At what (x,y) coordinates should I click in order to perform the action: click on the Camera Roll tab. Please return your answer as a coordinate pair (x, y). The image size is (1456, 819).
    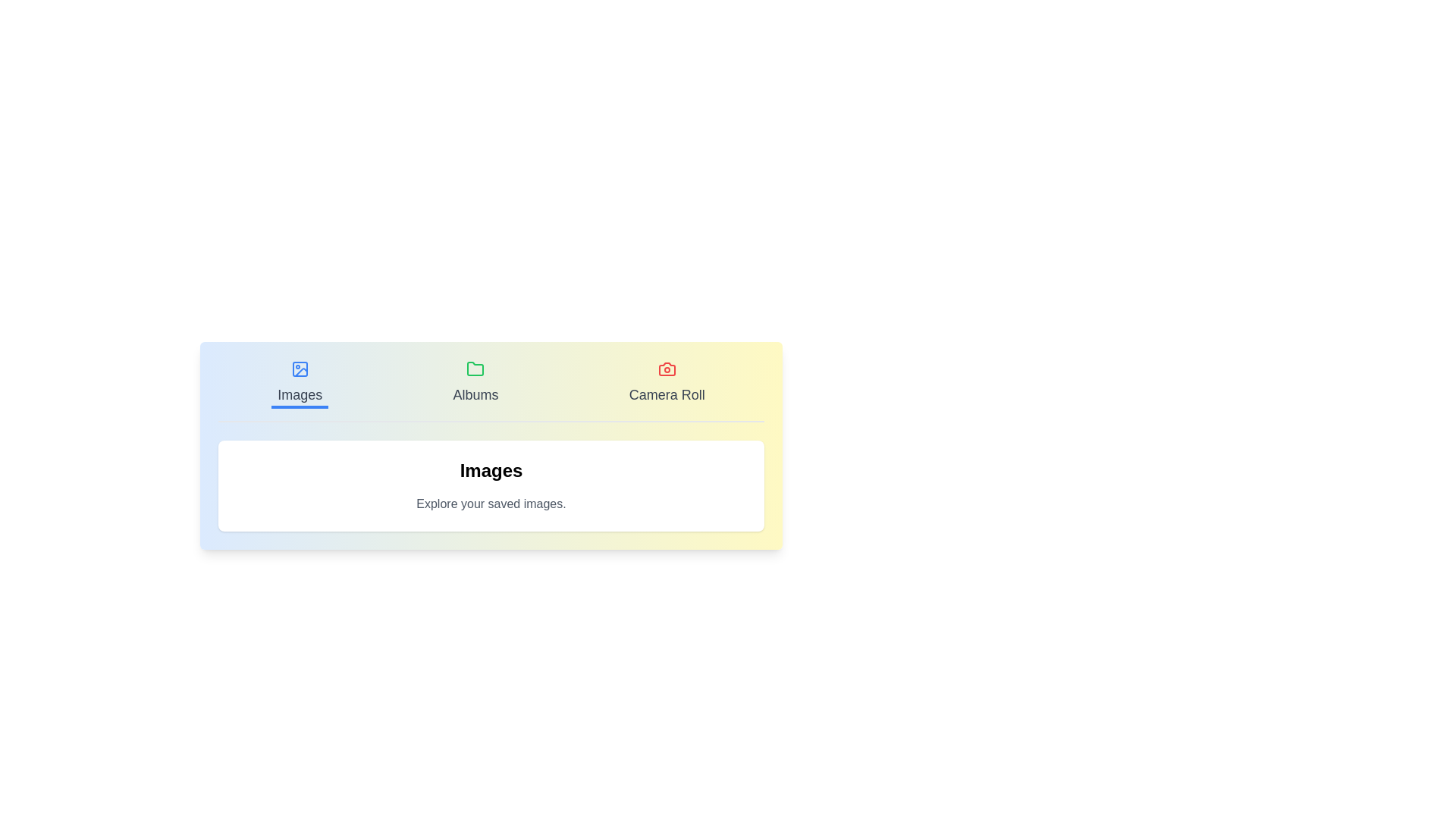
    Looking at the image, I should click on (666, 383).